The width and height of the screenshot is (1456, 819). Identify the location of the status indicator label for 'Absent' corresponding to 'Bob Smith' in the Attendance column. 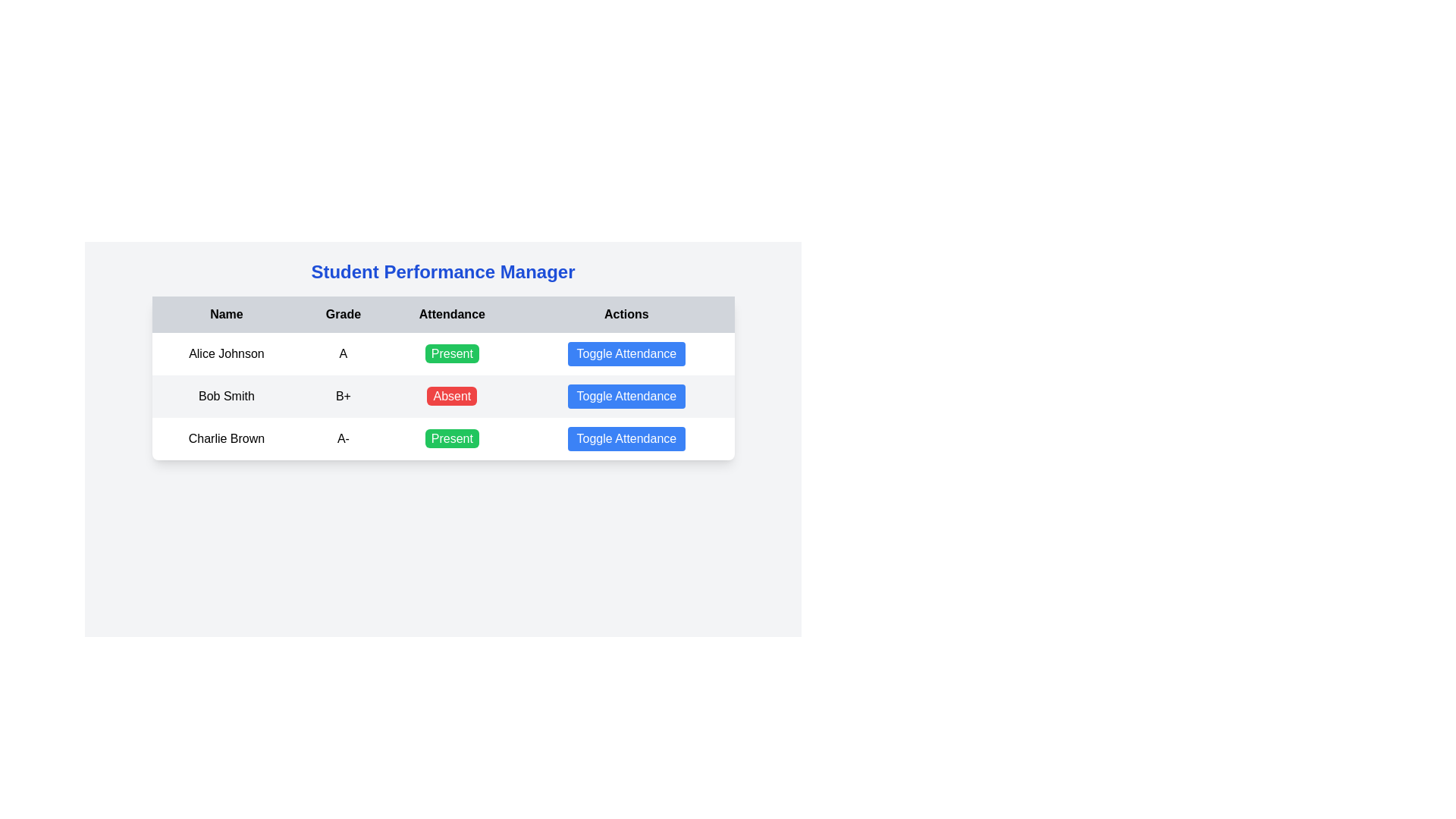
(451, 395).